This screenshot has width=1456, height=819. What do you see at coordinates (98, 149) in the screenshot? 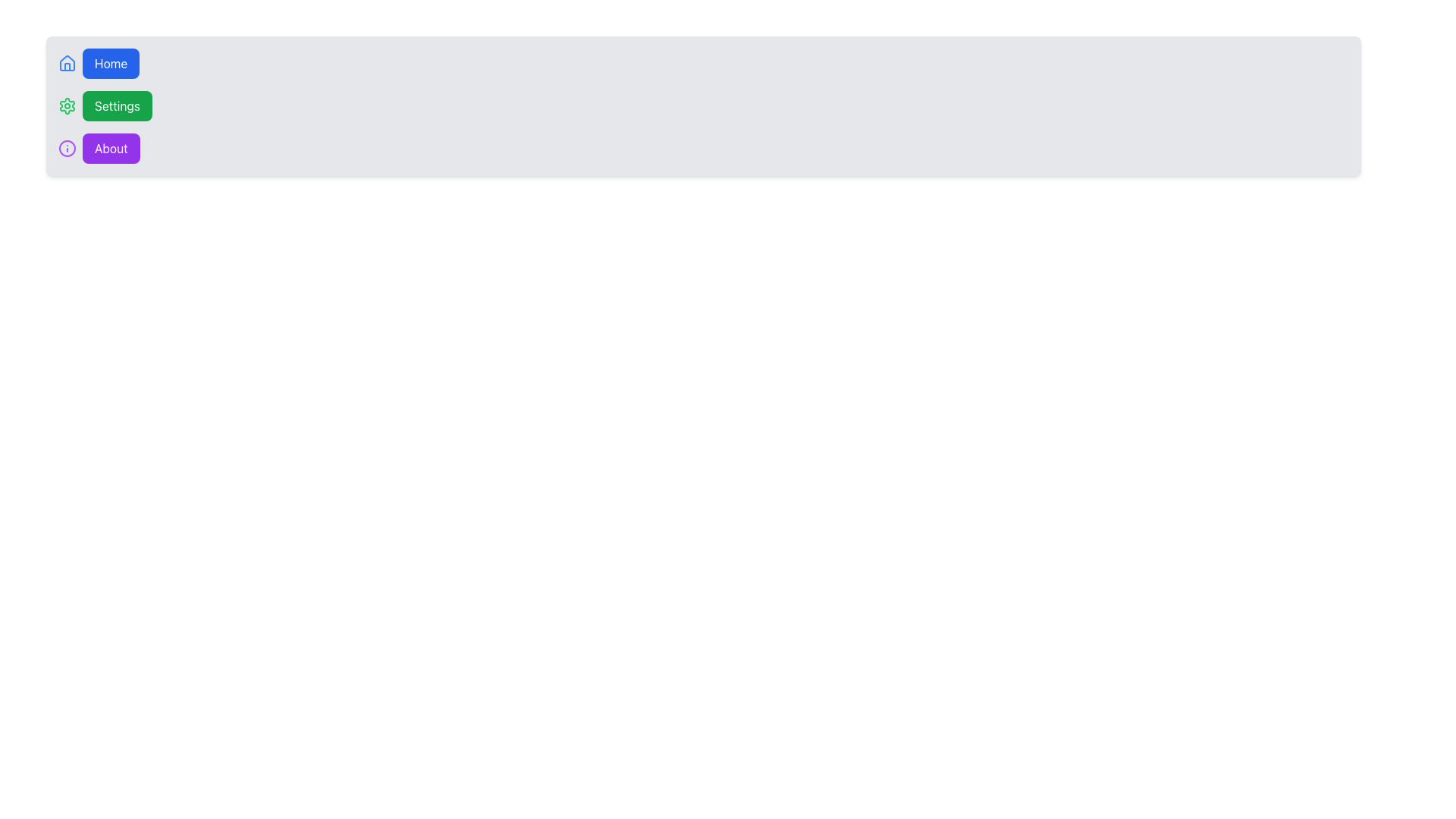
I see `the purple 'About' button with an information icon` at bounding box center [98, 149].